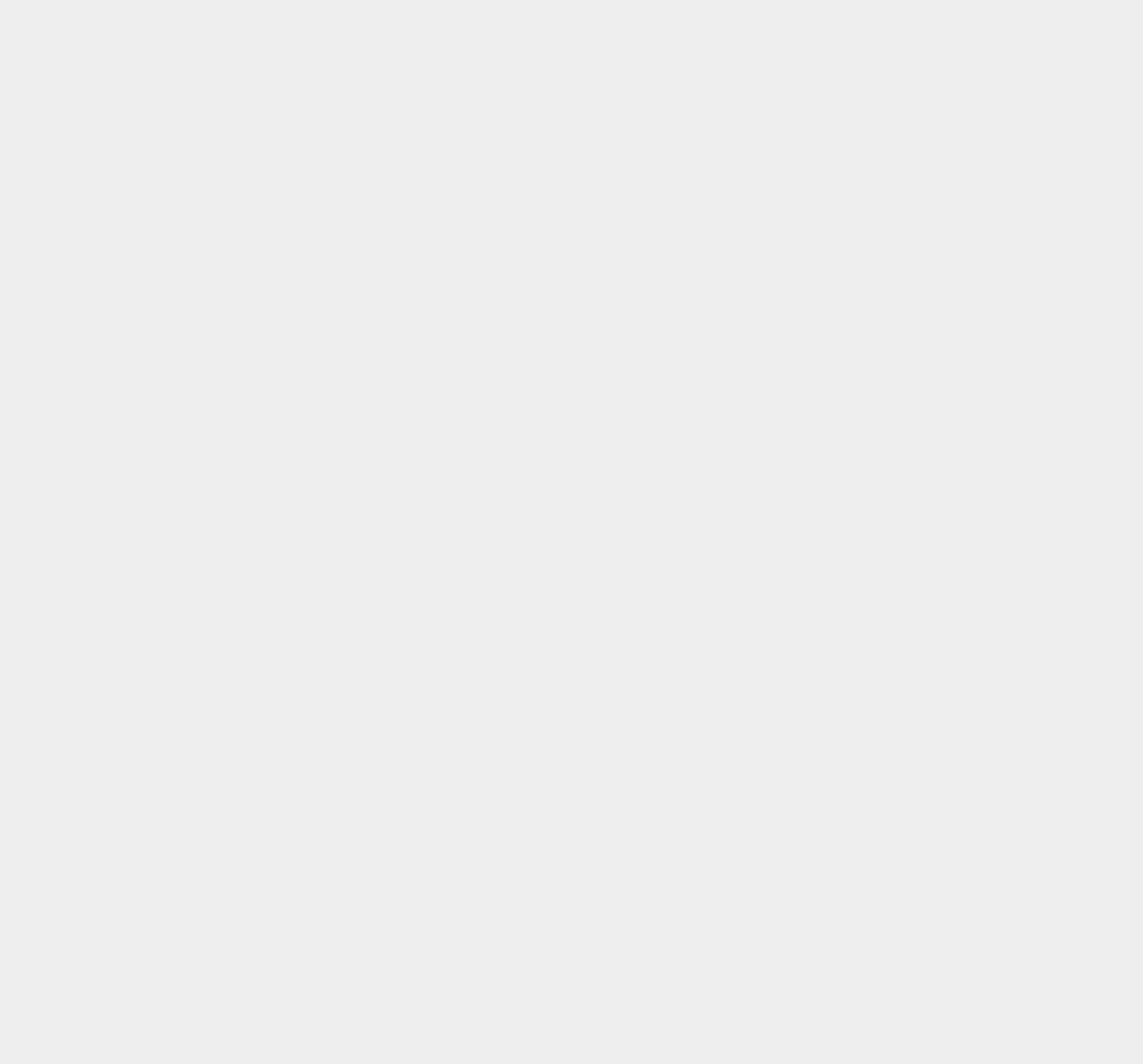 This screenshot has height=1064, width=1143. I want to click on 'OS X 10.10.3', so click(807, 770).